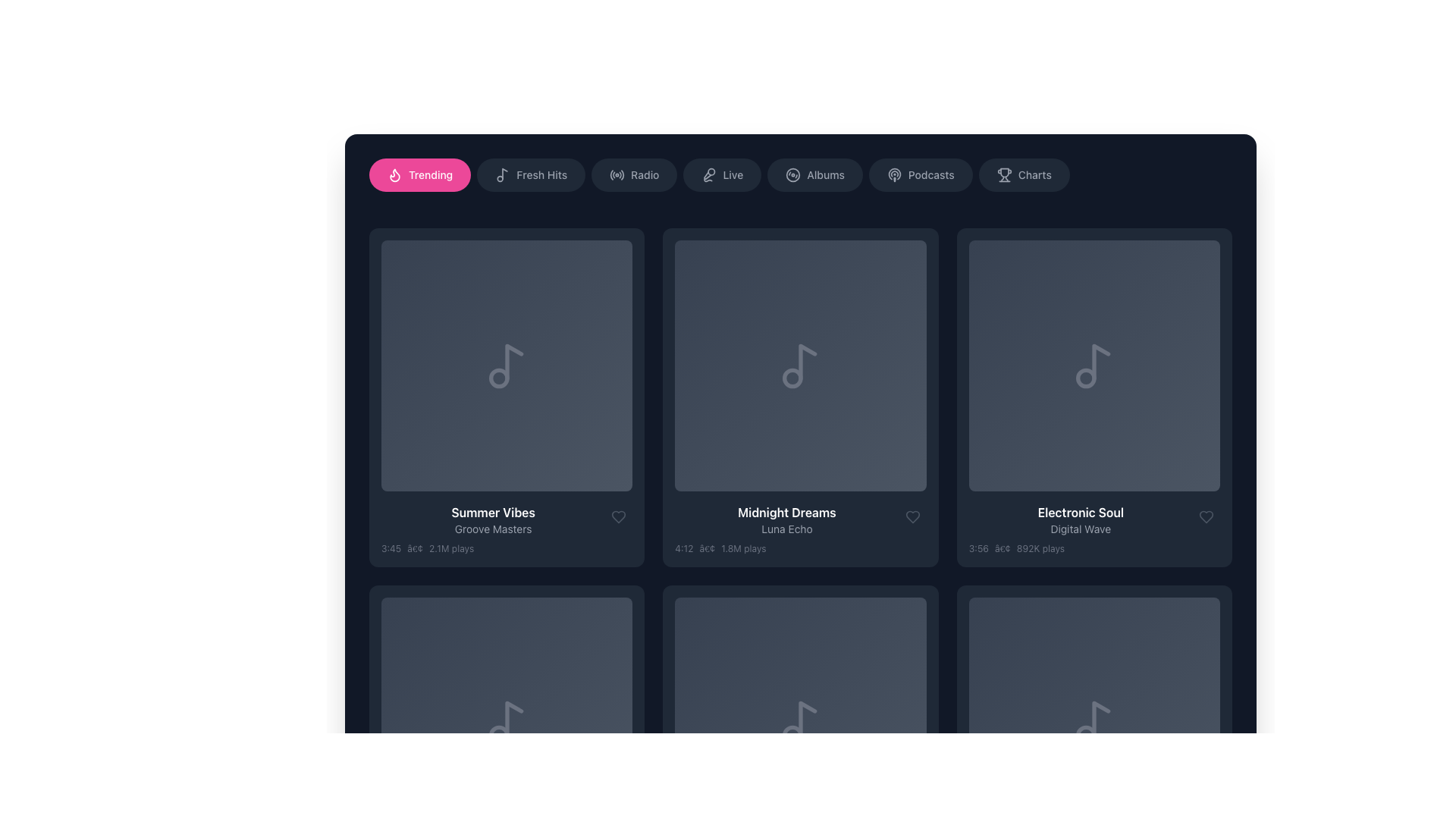 This screenshot has height=819, width=1456. What do you see at coordinates (800, 180) in the screenshot?
I see `the 'Albums' button, which is a rounded rectangular button with a dark gray background and lighter gray text, located in the horizontal menu bar near the top of the interface as the fifth button from the left` at bounding box center [800, 180].